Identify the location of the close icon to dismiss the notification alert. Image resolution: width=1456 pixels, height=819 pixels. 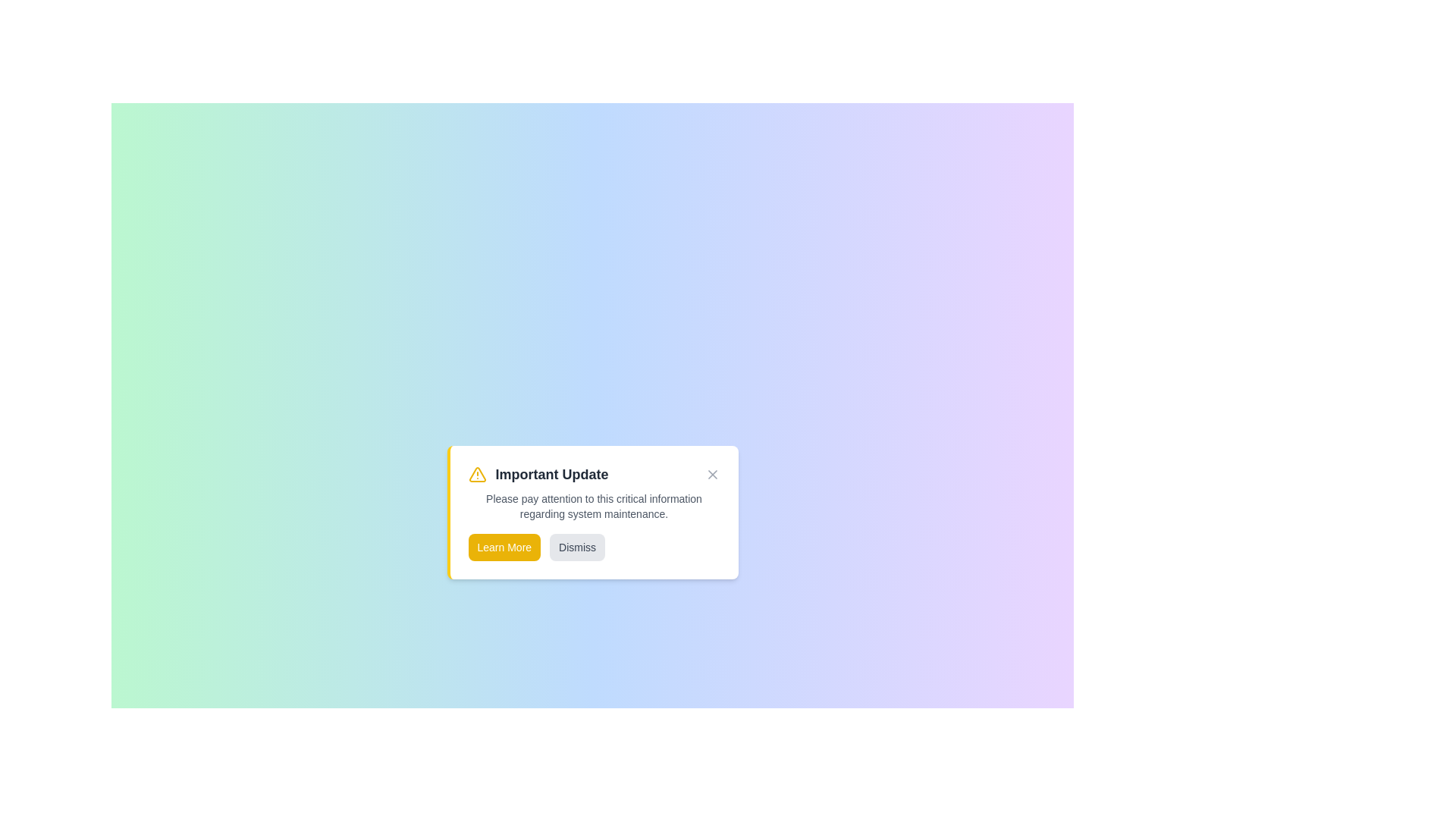
(711, 473).